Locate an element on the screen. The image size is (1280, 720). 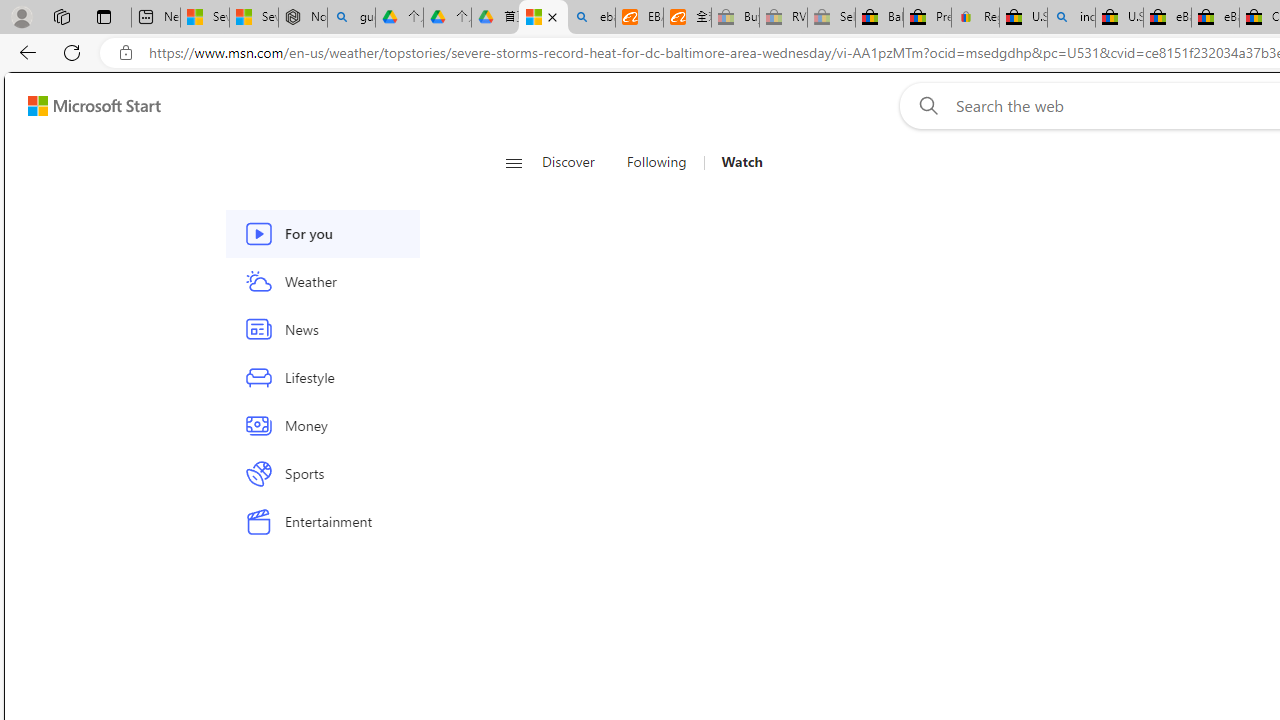
'Baby Keepsakes & Announcements for sale | eBay' is located at coordinates (879, 17).